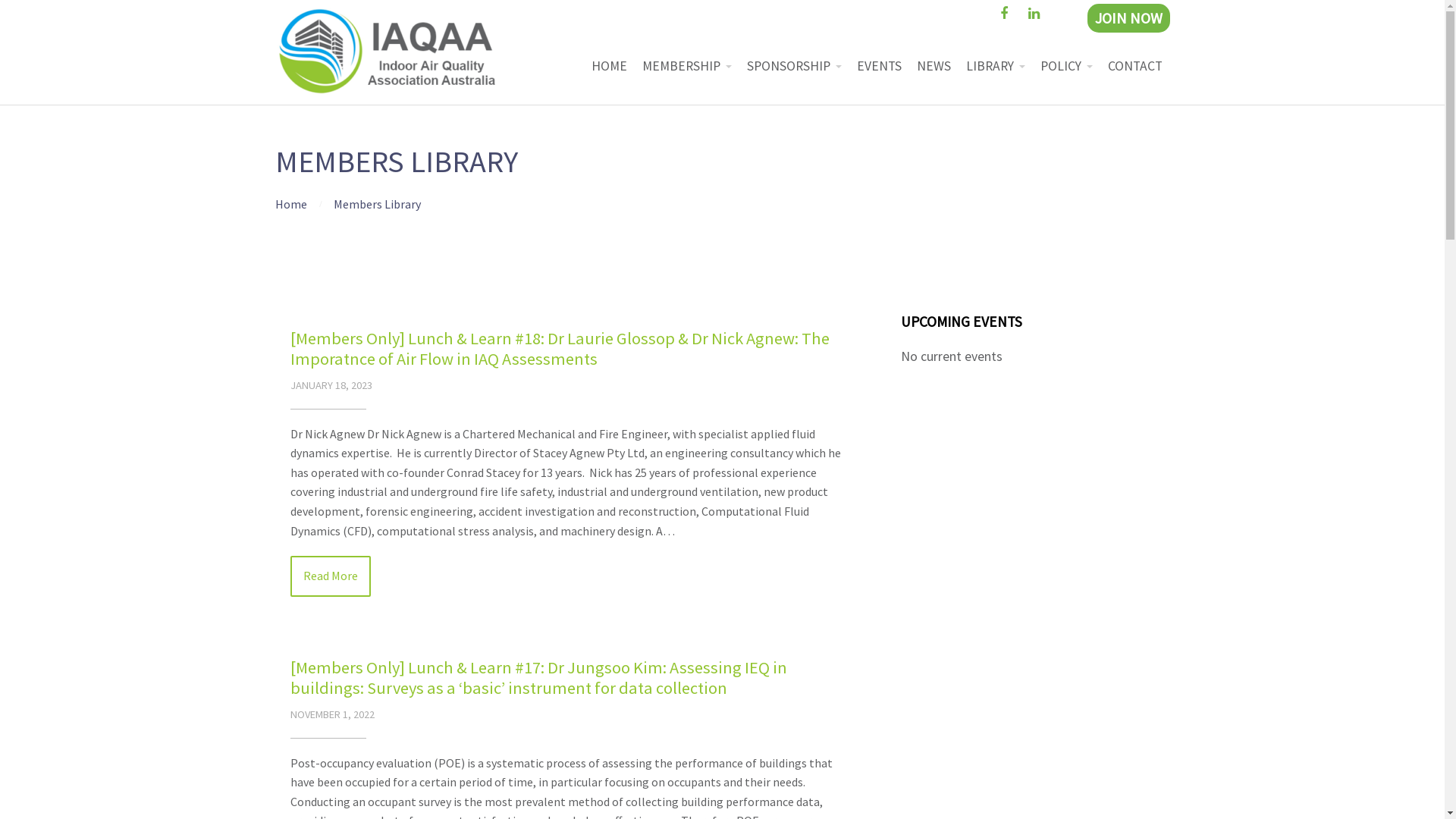  I want to click on 'LIBRARY', so click(957, 65).